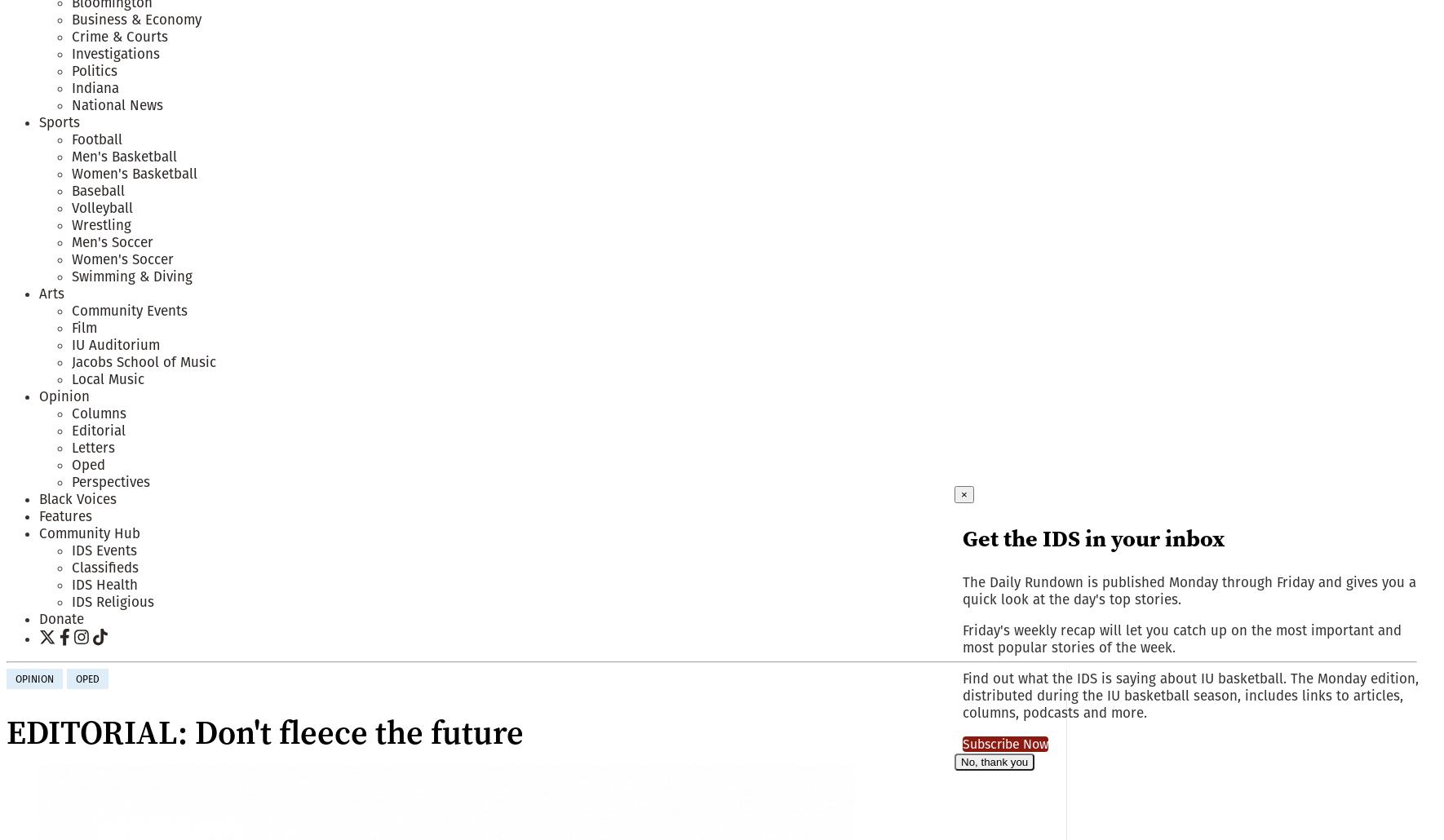 The width and height of the screenshot is (1444, 840). I want to click on 'Men's Soccer', so click(112, 241).